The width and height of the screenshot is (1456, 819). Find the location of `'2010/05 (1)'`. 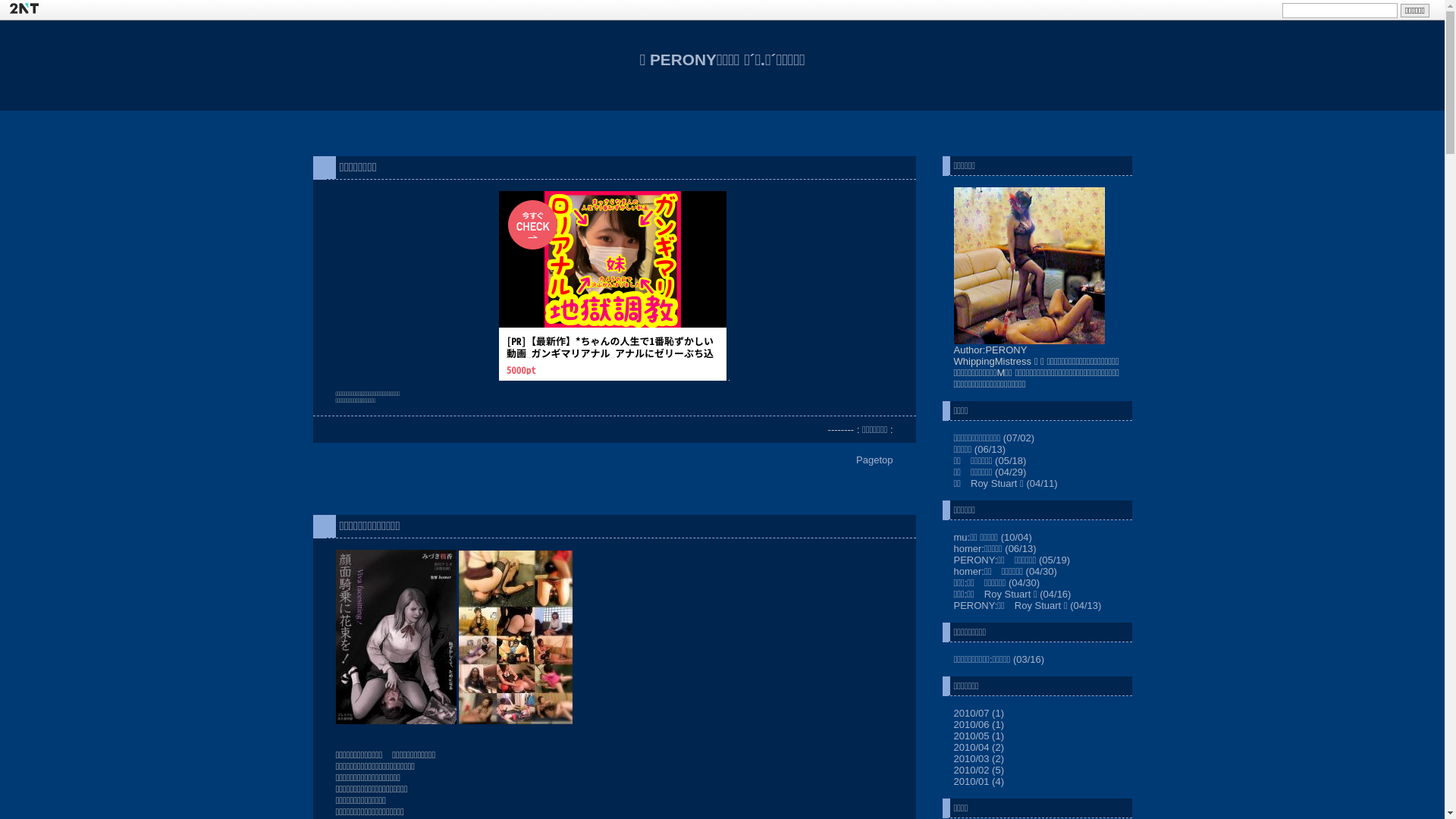

'2010/05 (1)' is located at coordinates (979, 735).